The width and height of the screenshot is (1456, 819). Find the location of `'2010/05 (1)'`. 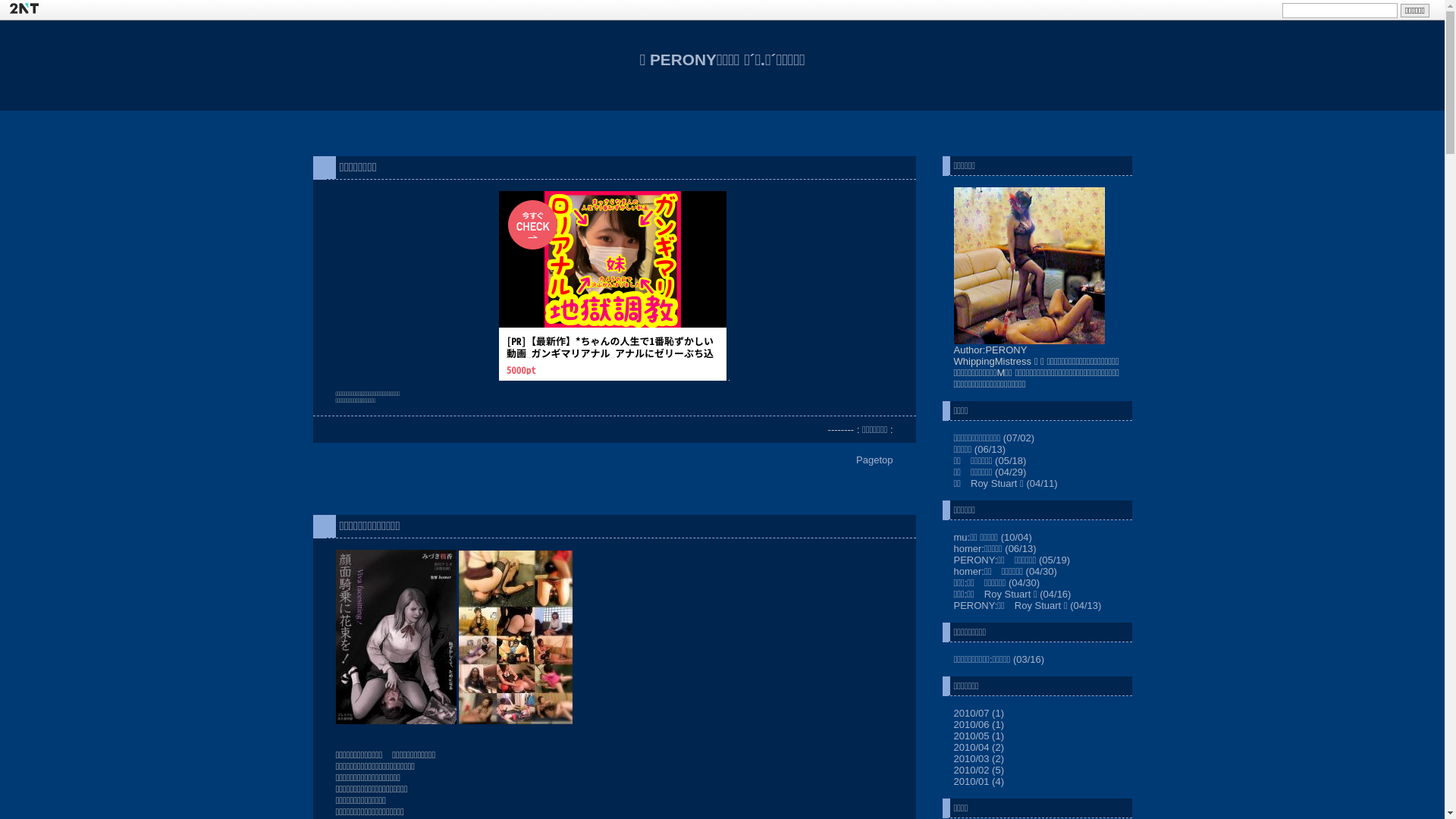

'2010/05 (1)' is located at coordinates (979, 735).